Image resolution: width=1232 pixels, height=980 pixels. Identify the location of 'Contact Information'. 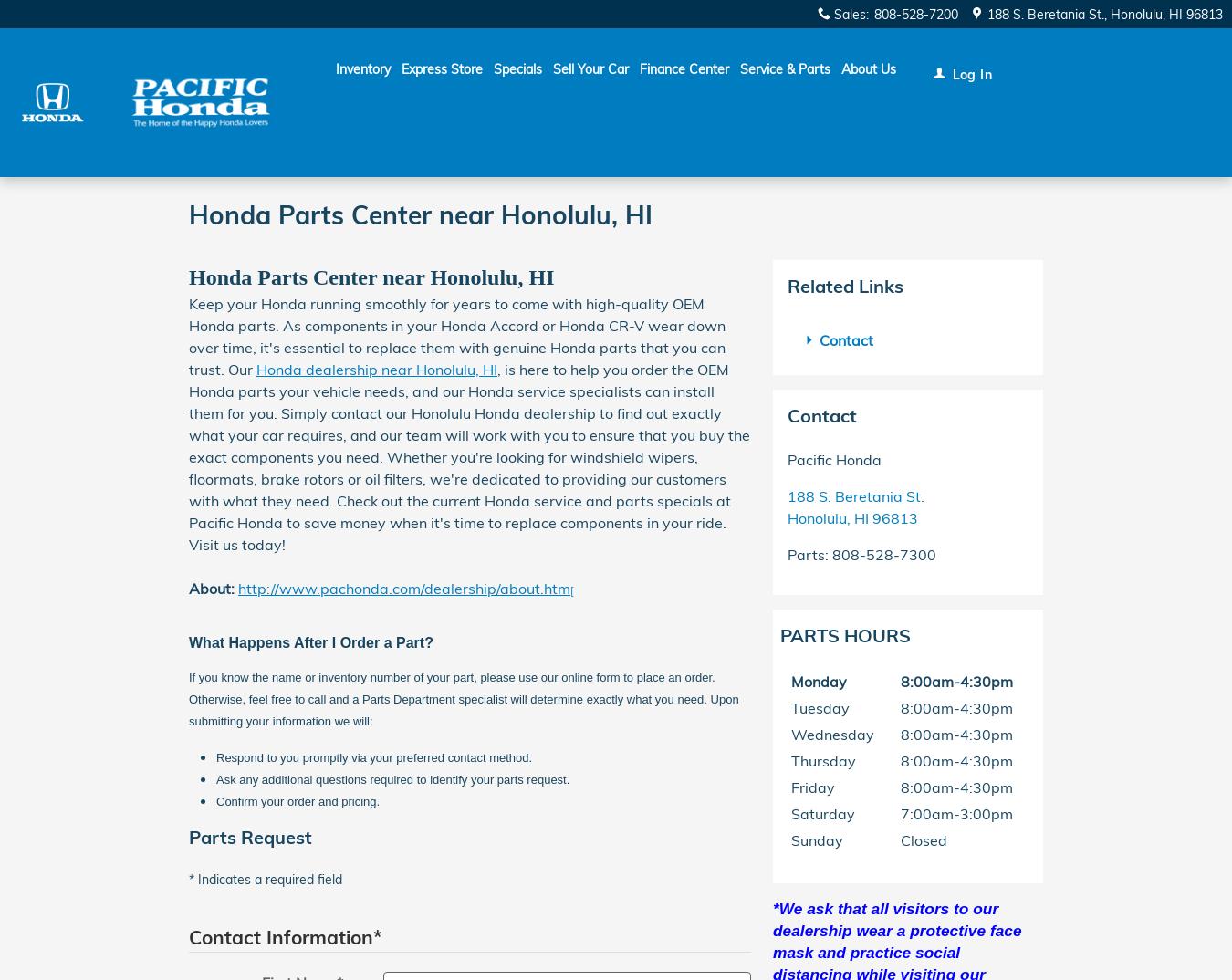
(279, 935).